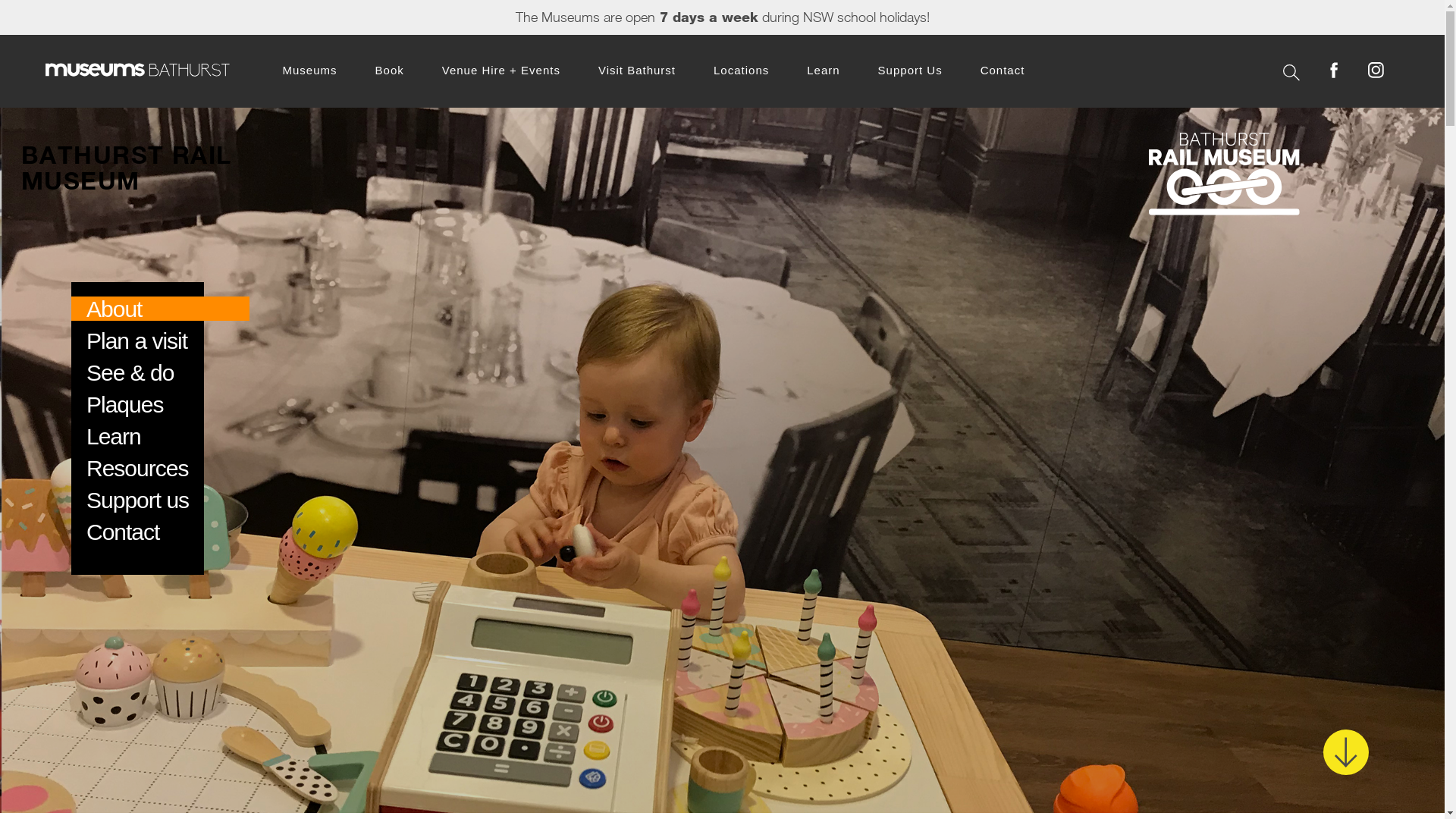 Image resolution: width=1456 pixels, height=819 pixels. What do you see at coordinates (112, 436) in the screenshot?
I see `'Learn'` at bounding box center [112, 436].